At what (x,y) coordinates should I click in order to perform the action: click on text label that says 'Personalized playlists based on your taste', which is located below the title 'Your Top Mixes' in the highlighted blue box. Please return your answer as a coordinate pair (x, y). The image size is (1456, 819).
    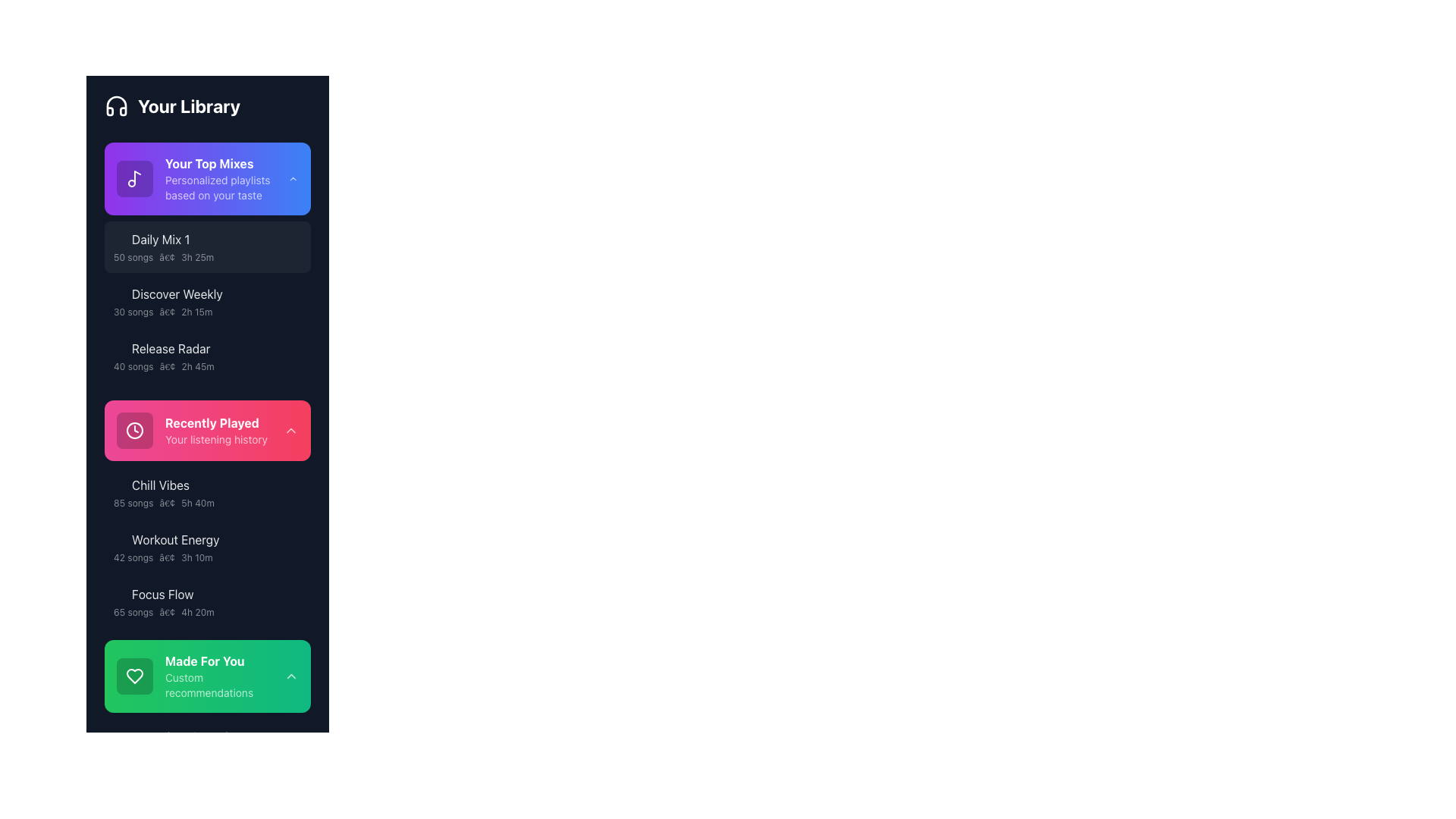
    Looking at the image, I should click on (226, 187).